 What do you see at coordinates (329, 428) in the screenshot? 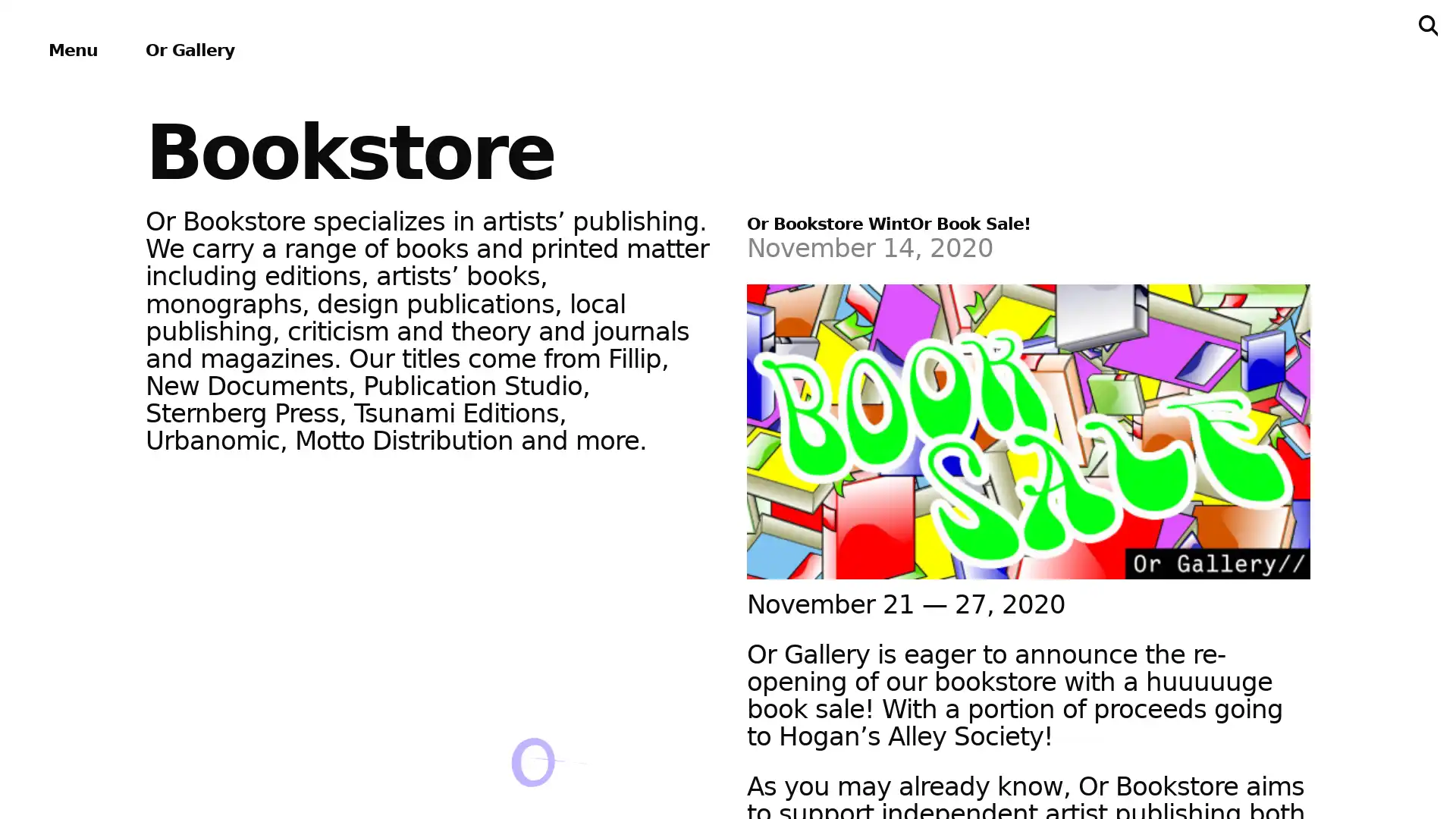
I see `Bookstore` at bounding box center [329, 428].